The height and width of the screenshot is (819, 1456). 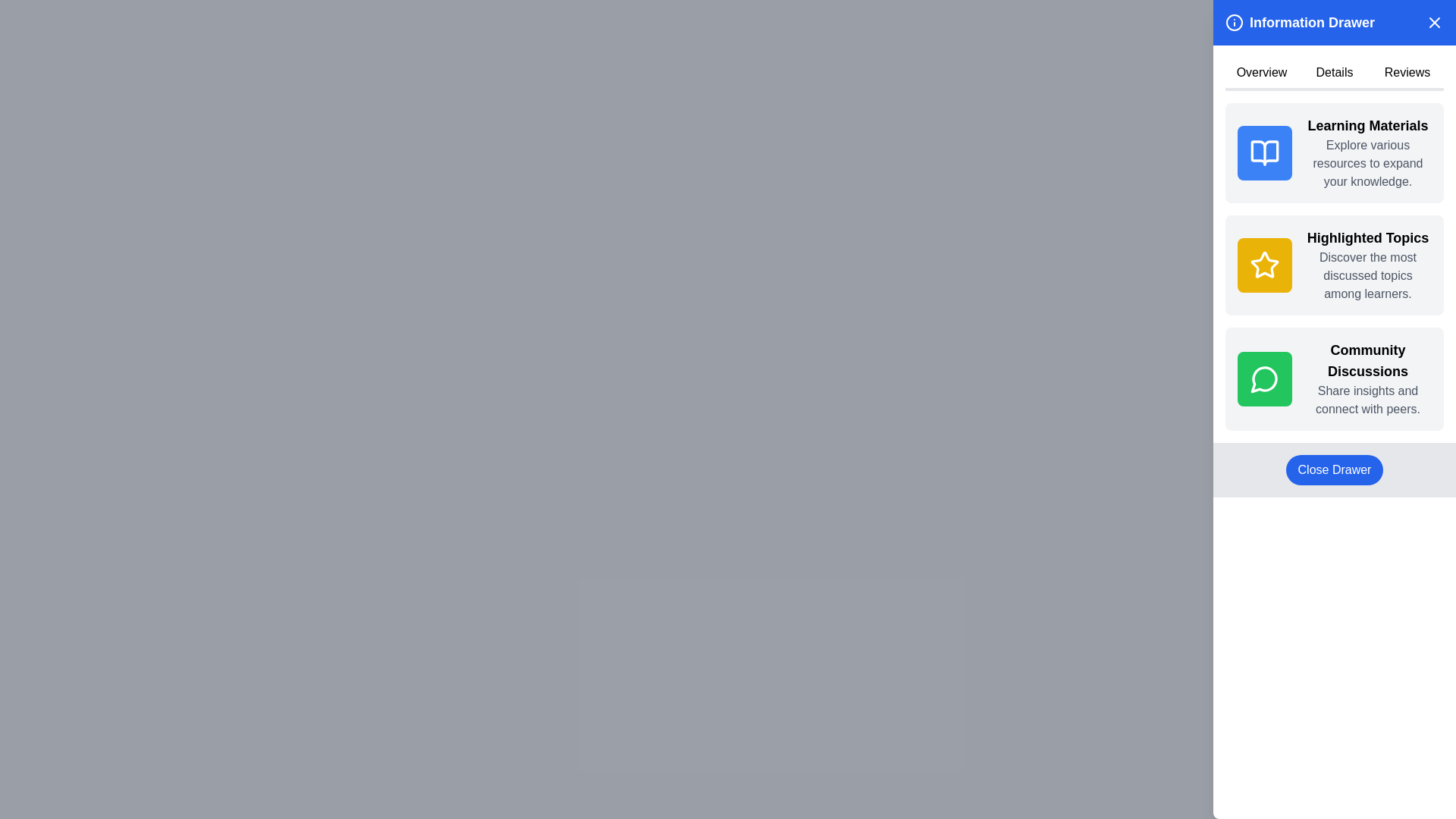 What do you see at coordinates (1265, 265) in the screenshot?
I see `the decorative icon representing the 'Highlighted Topics' section, located on the left side of the label and above the descriptive text` at bounding box center [1265, 265].